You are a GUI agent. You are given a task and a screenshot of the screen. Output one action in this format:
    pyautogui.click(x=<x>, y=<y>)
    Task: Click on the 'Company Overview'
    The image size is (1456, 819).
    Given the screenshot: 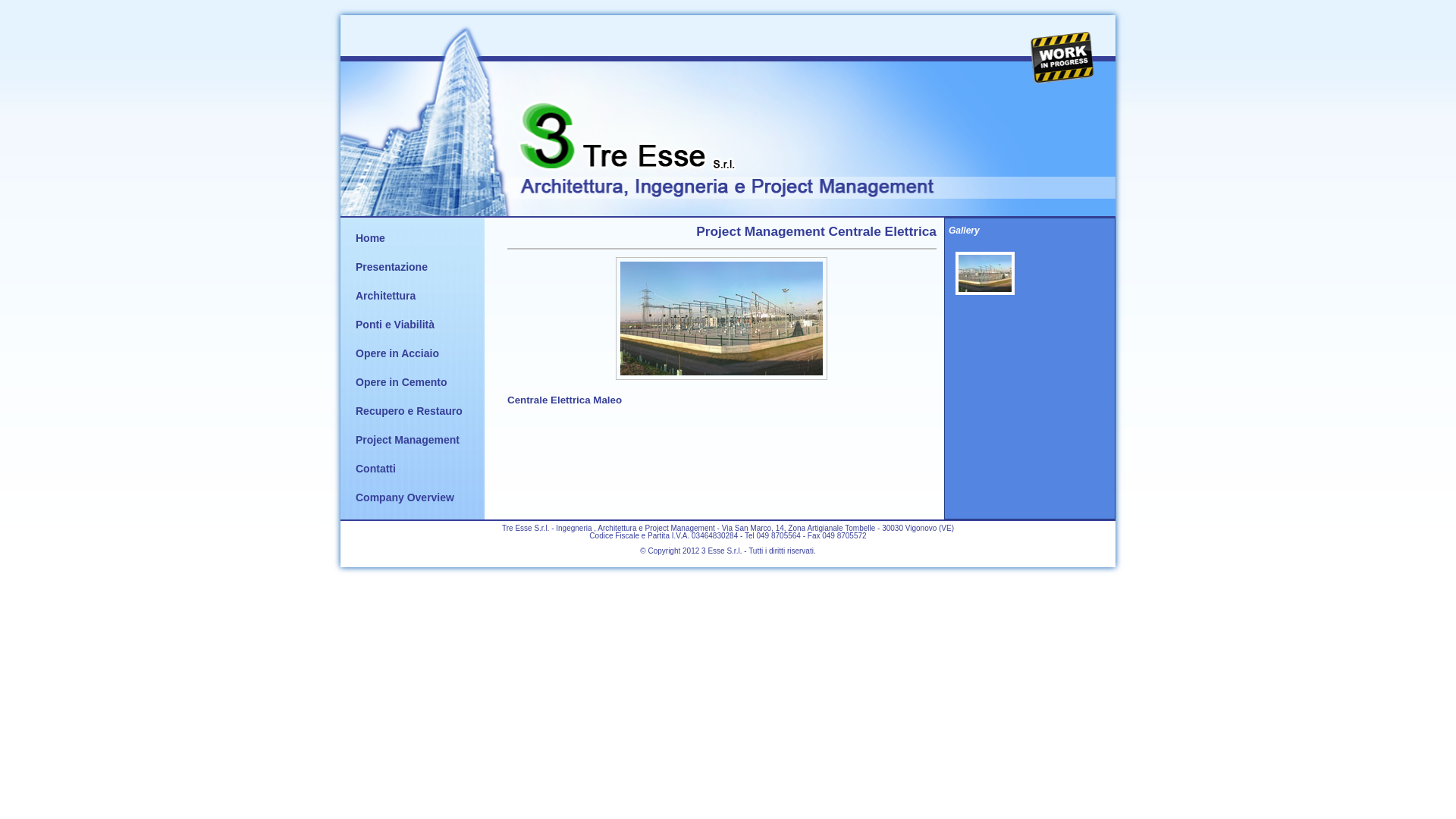 What is the action you would take?
    pyautogui.click(x=355, y=497)
    